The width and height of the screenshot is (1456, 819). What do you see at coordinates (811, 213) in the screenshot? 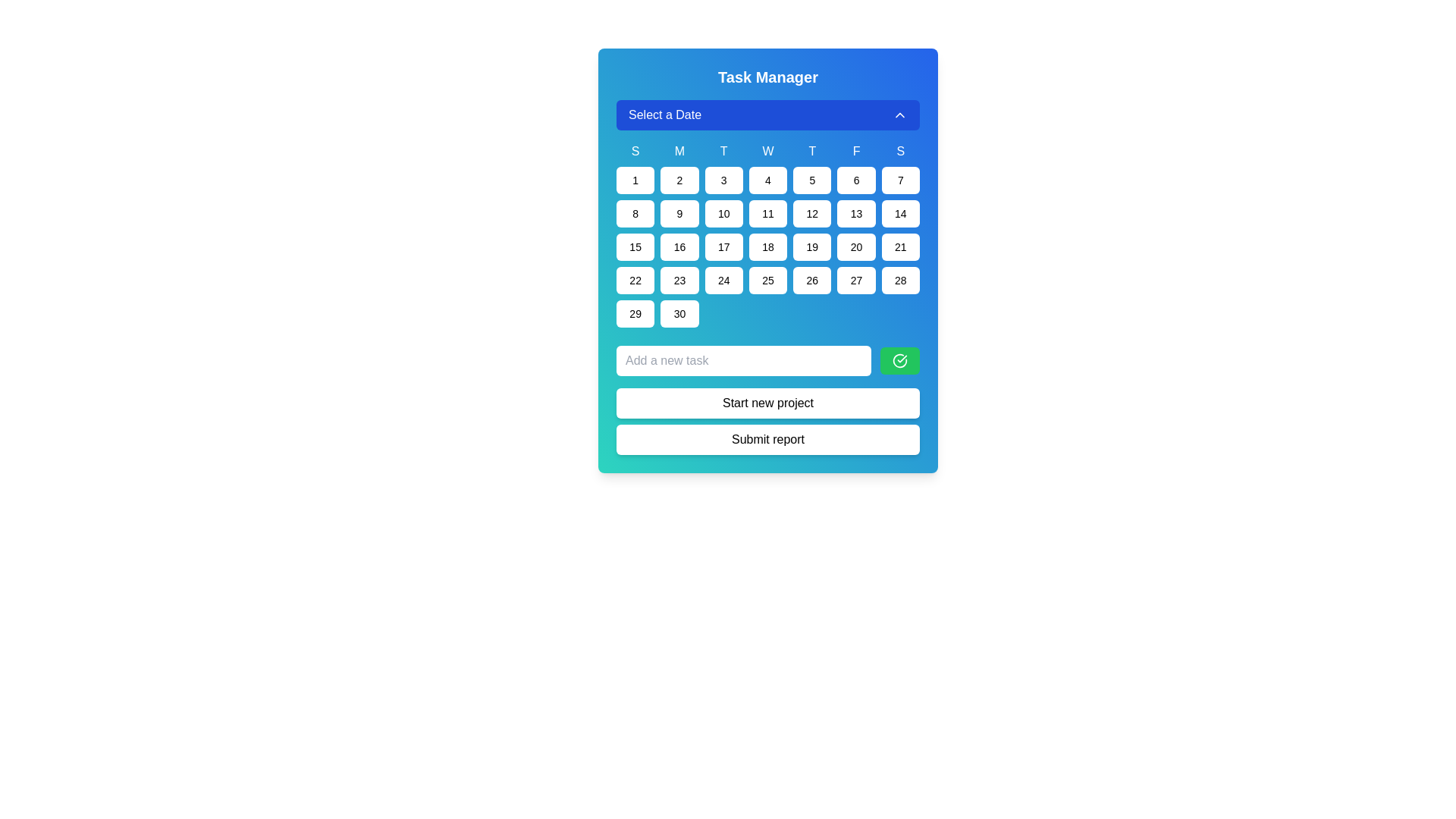
I see `the small square button with rounded edges displaying the number '12' in black text, located in the calendar grid below the 'Thursday' header` at bounding box center [811, 213].